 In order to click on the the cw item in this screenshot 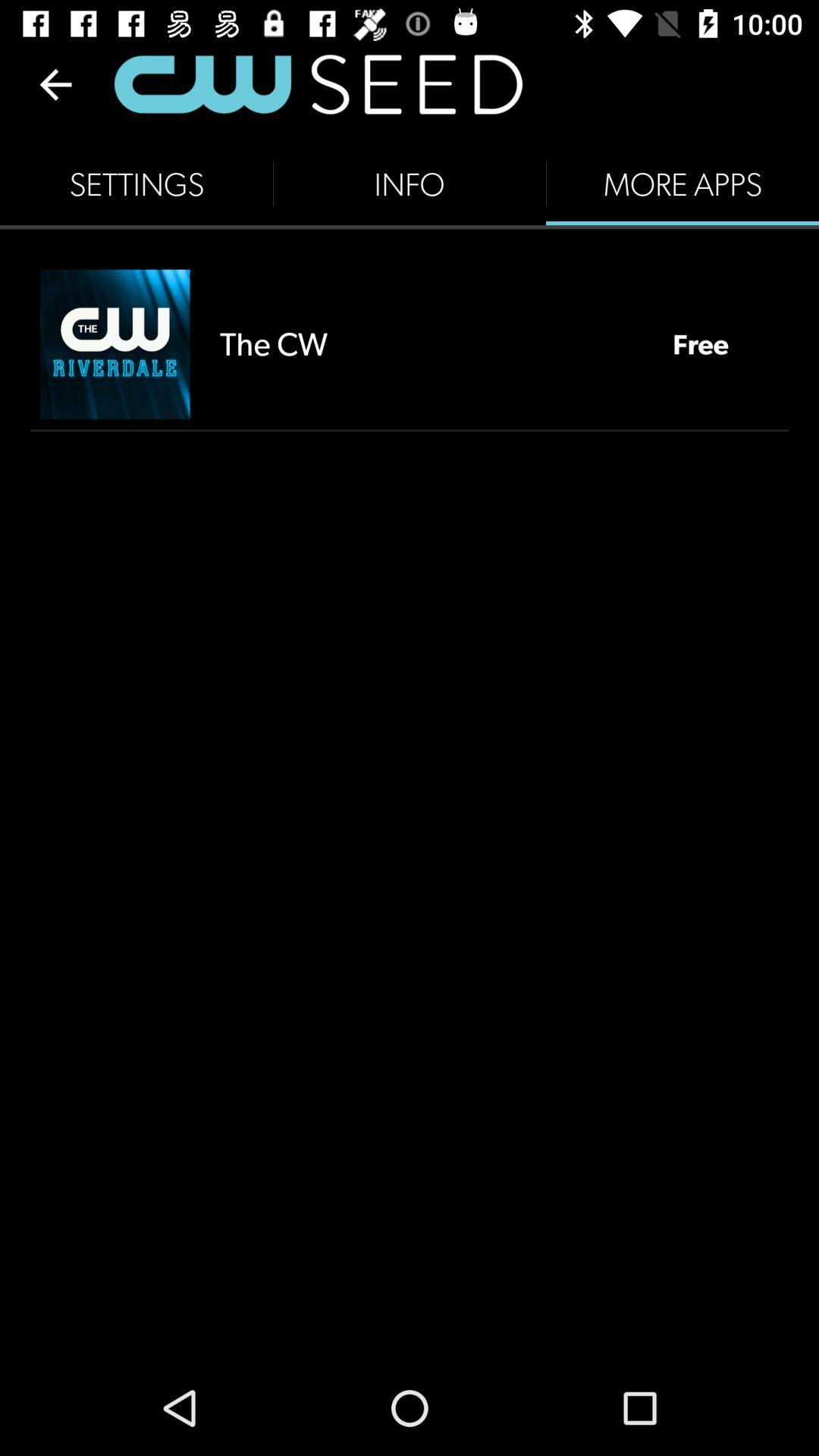, I will do `click(431, 343)`.